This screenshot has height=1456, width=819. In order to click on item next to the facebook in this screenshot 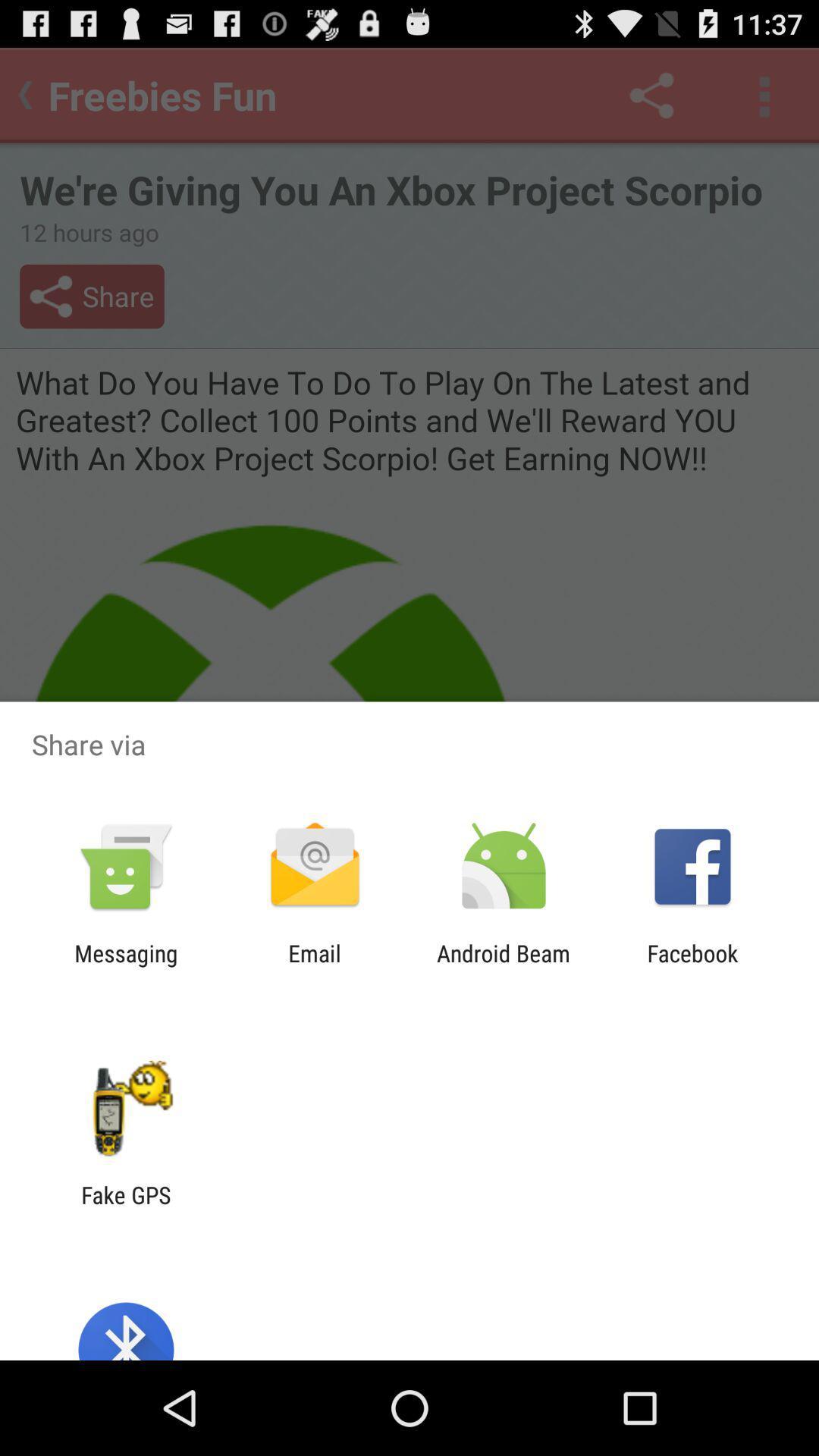, I will do `click(504, 966)`.